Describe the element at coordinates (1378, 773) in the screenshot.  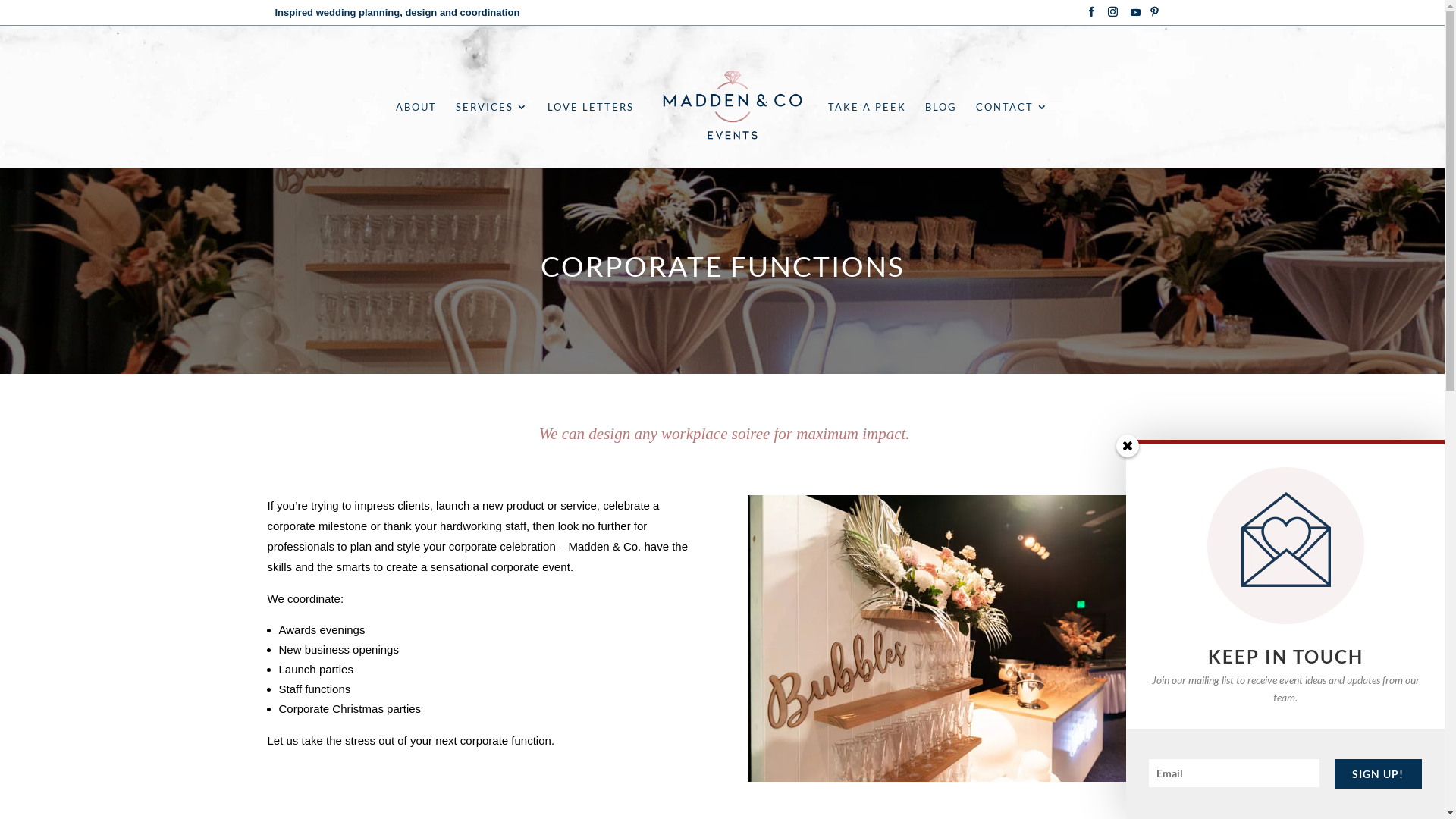
I see `'SIGN UP!'` at that location.